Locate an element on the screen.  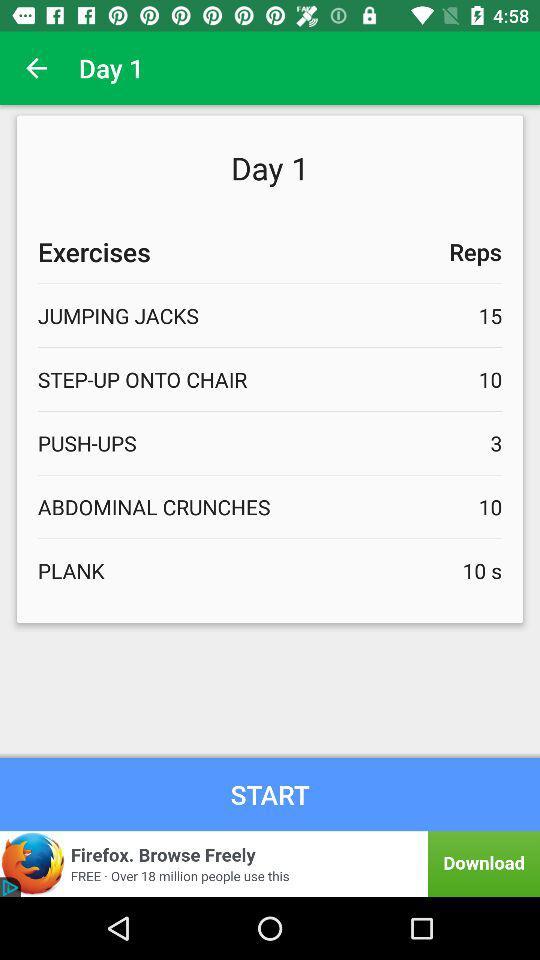
start is located at coordinates (270, 794).